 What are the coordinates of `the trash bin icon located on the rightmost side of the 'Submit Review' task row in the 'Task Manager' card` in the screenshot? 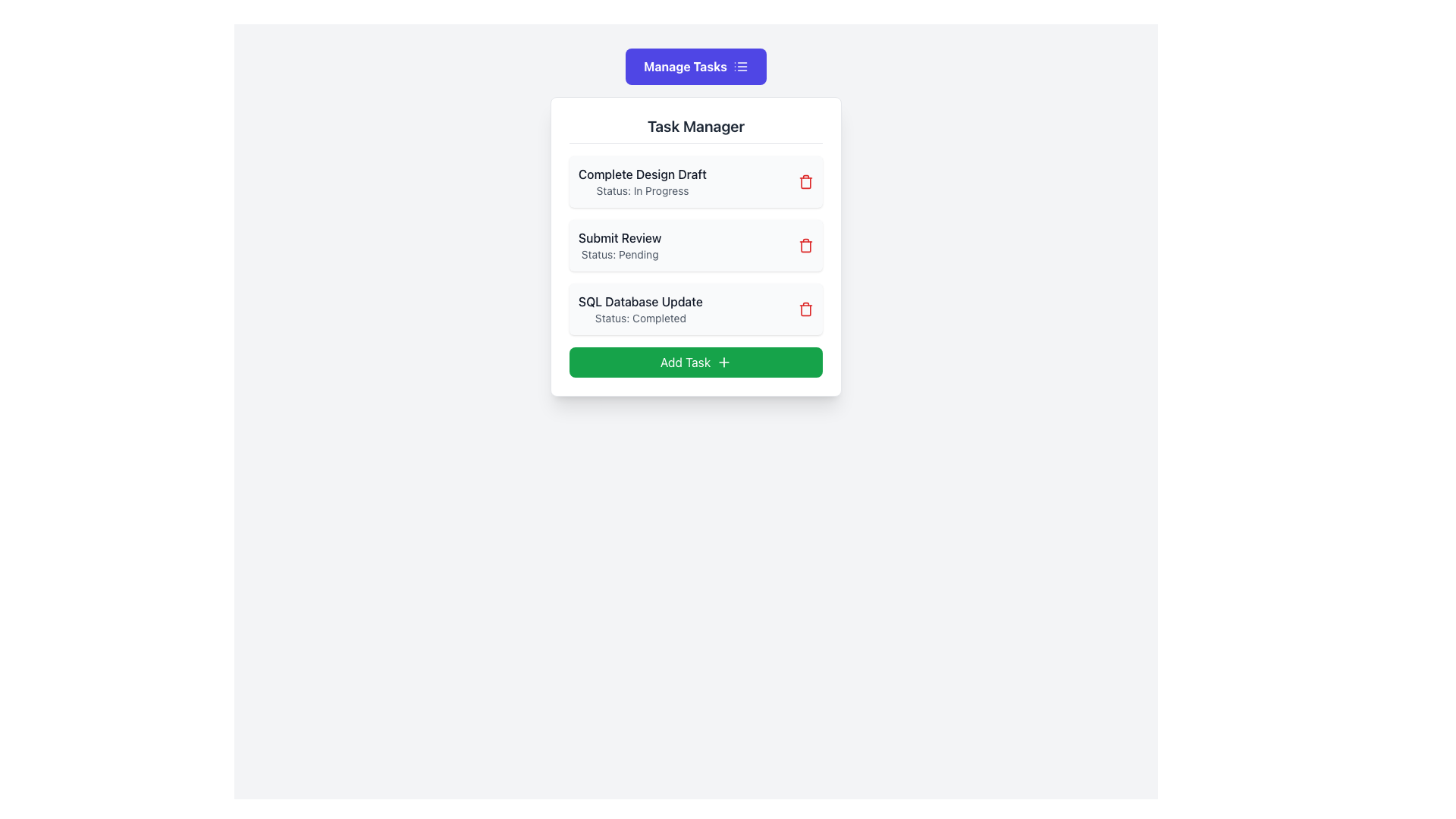 It's located at (805, 245).